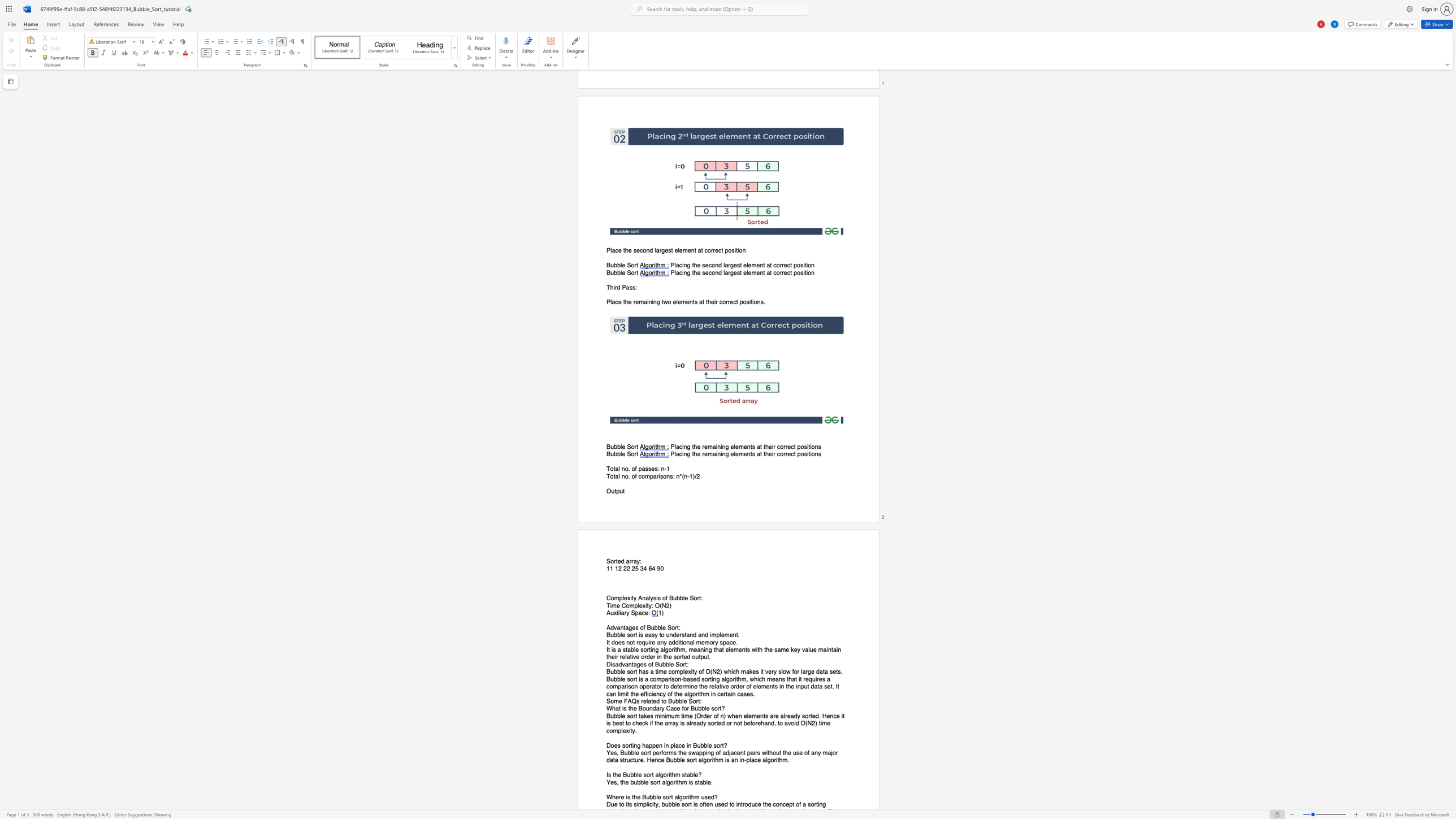 The width and height of the screenshot is (1456, 819). Describe the element at coordinates (613, 782) in the screenshot. I see `the subset text "s, the bubble sort algorithm is stable." within the text "Yes, the bubble sort algorithm is stable."` at that location.